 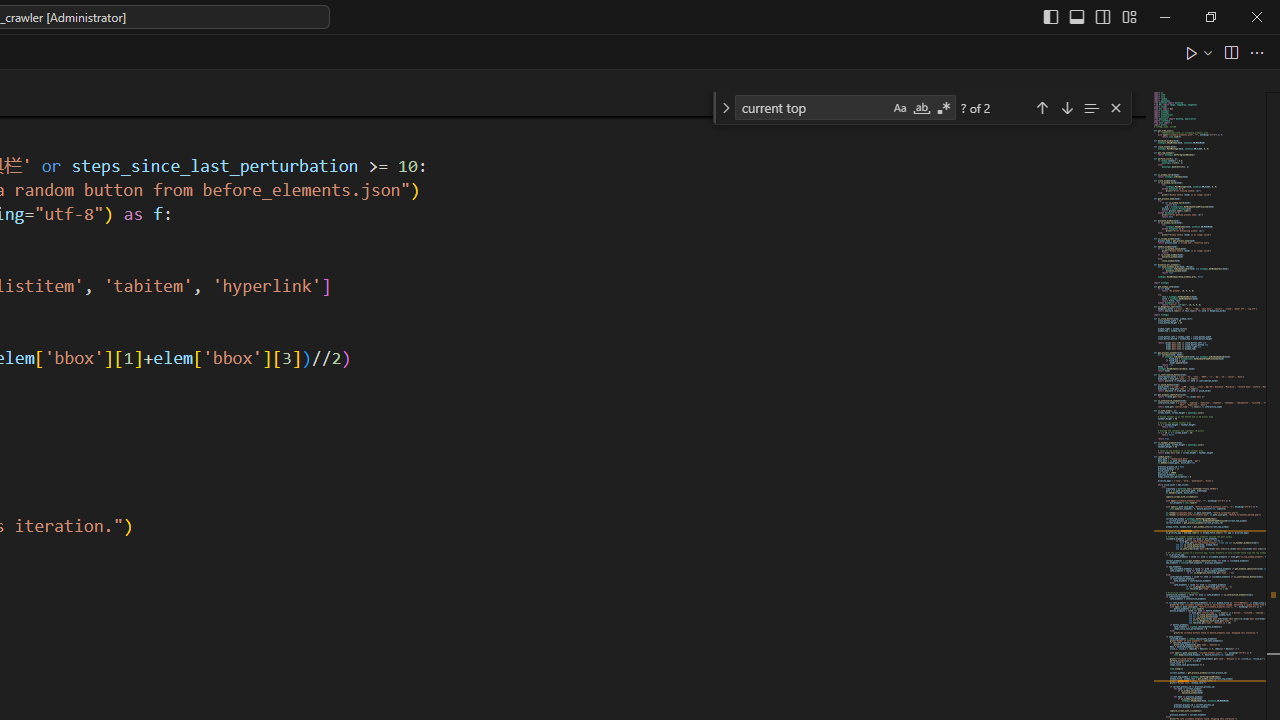 What do you see at coordinates (724, 108) in the screenshot?
I see `'Toggle Replace'` at bounding box center [724, 108].